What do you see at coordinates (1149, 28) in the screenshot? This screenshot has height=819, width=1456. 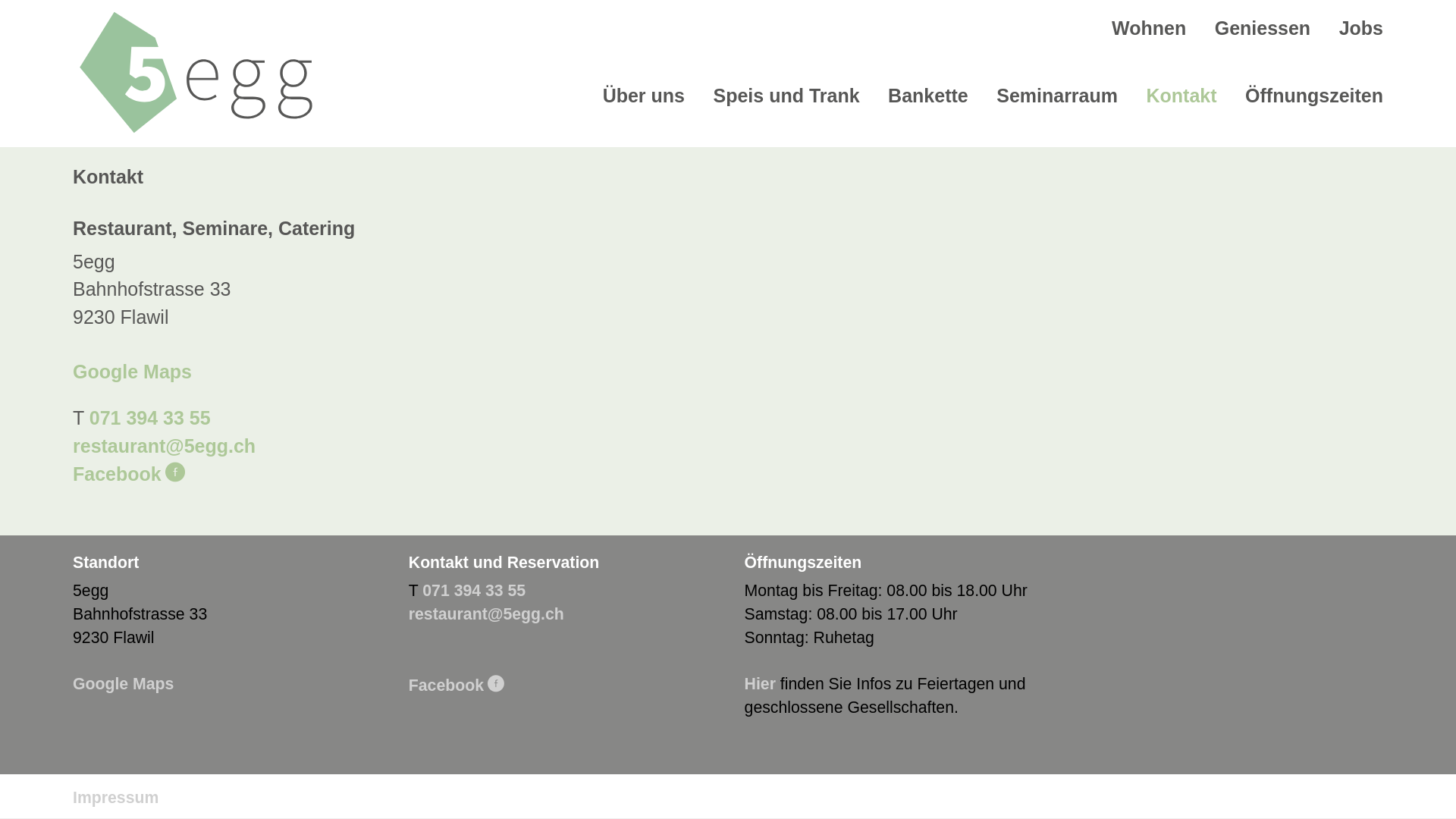 I see `'Wohnen'` at bounding box center [1149, 28].